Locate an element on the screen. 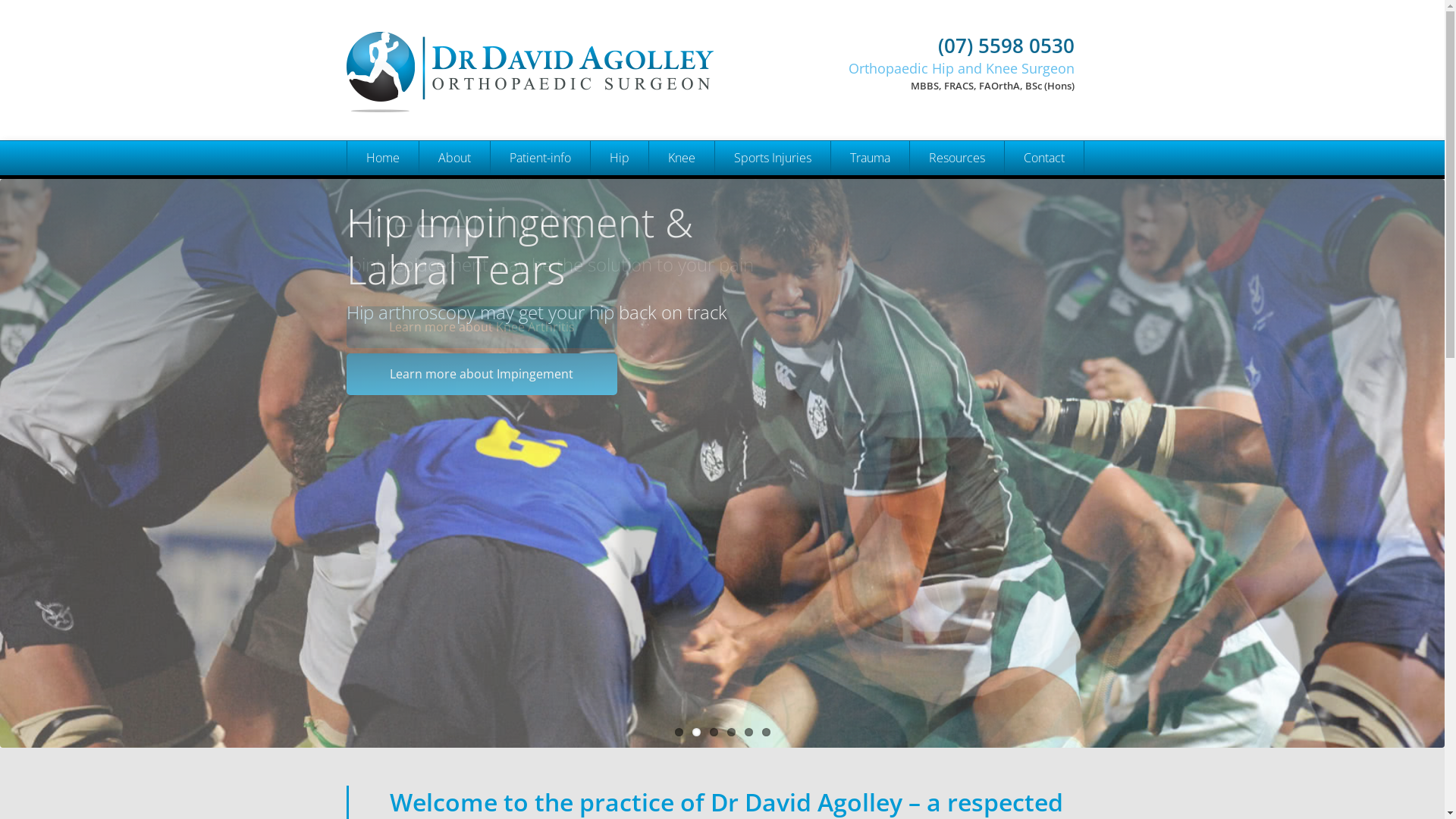 The width and height of the screenshot is (1456, 819). 'Visiting from Interstate or Overseas' is located at coordinates (539, 362).